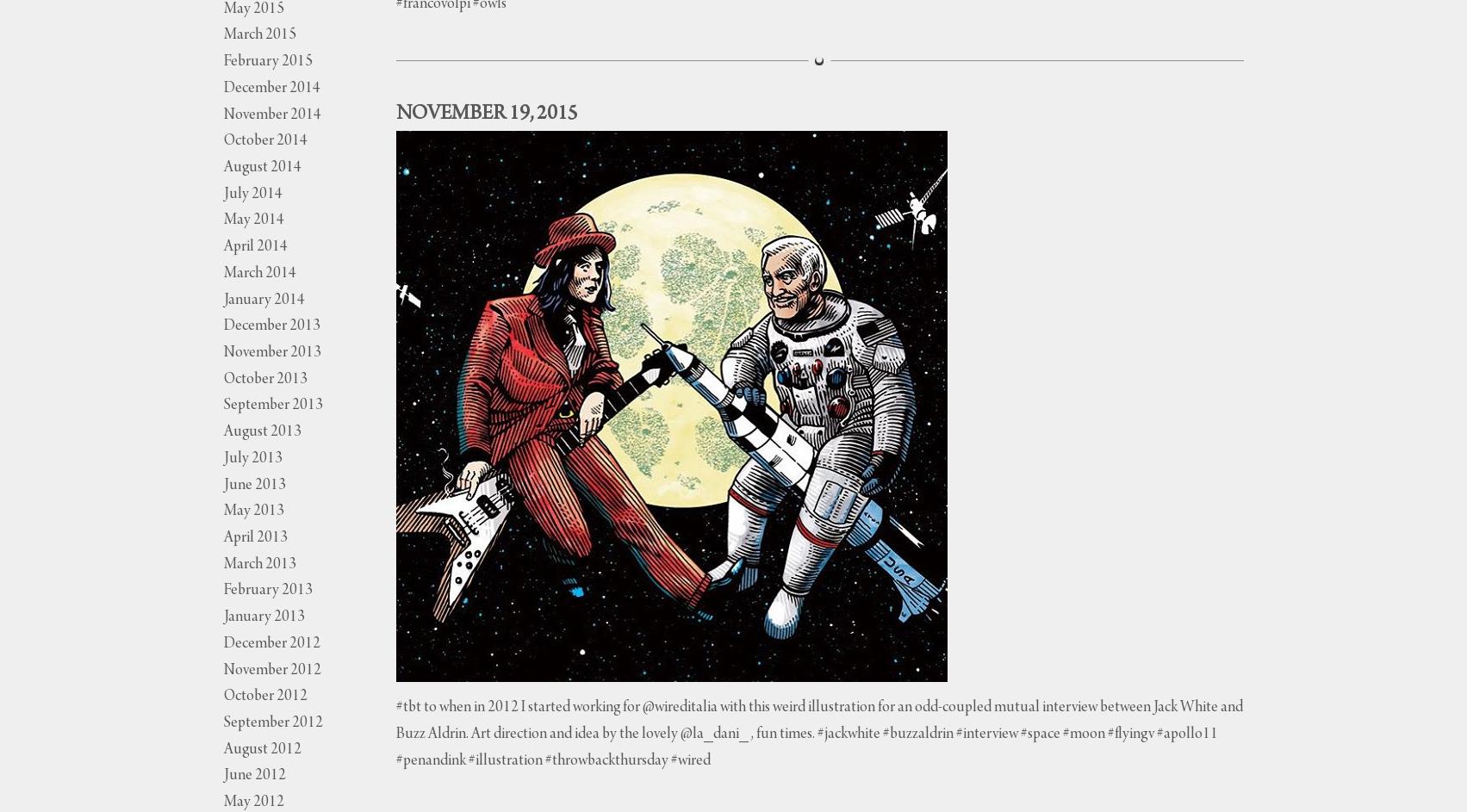 This screenshot has height=812, width=1467. What do you see at coordinates (260, 749) in the screenshot?
I see `'August 2012'` at bounding box center [260, 749].